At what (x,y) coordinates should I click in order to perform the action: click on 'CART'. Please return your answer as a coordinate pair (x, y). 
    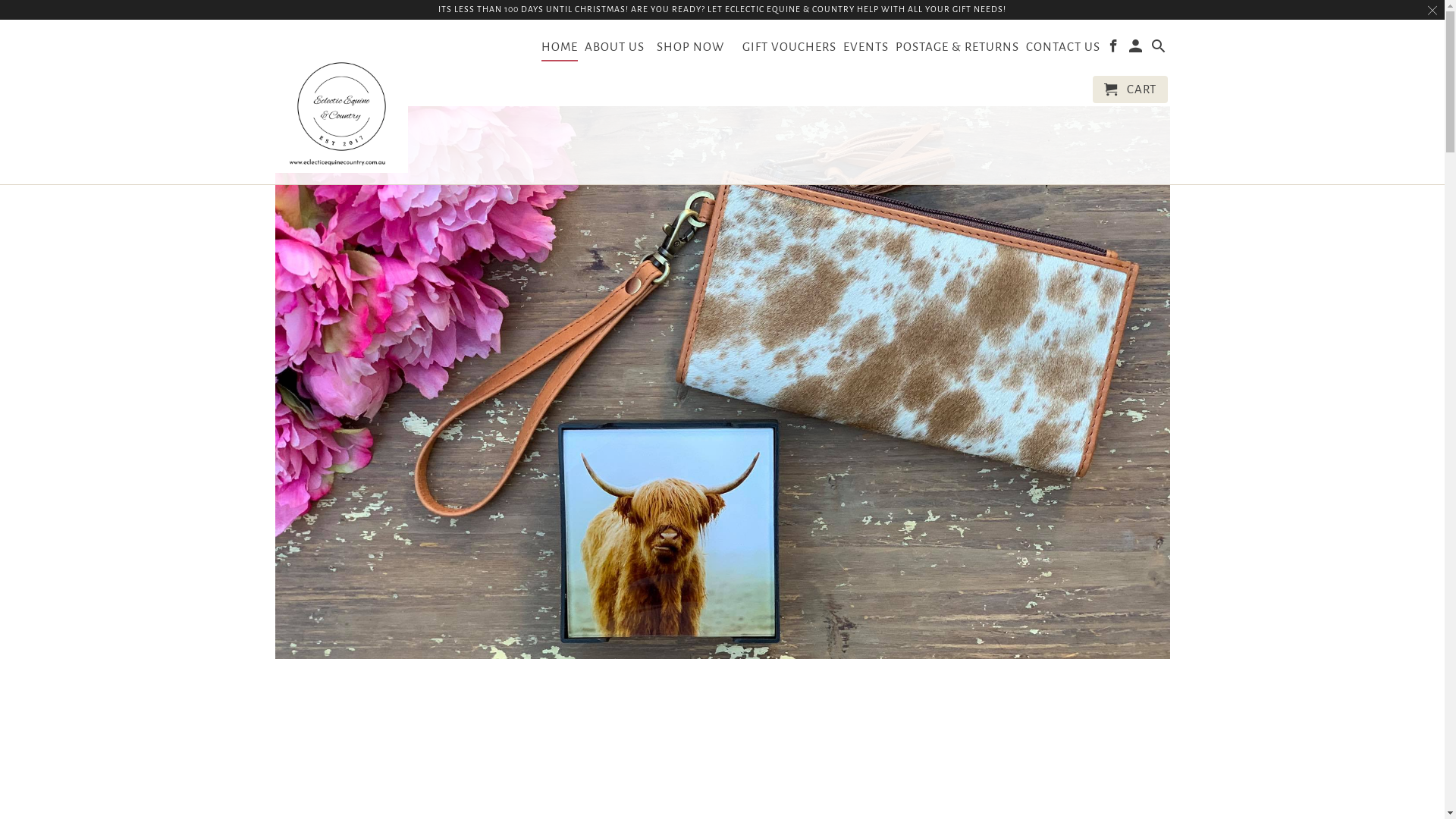
    Looking at the image, I should click on (1130, 89).